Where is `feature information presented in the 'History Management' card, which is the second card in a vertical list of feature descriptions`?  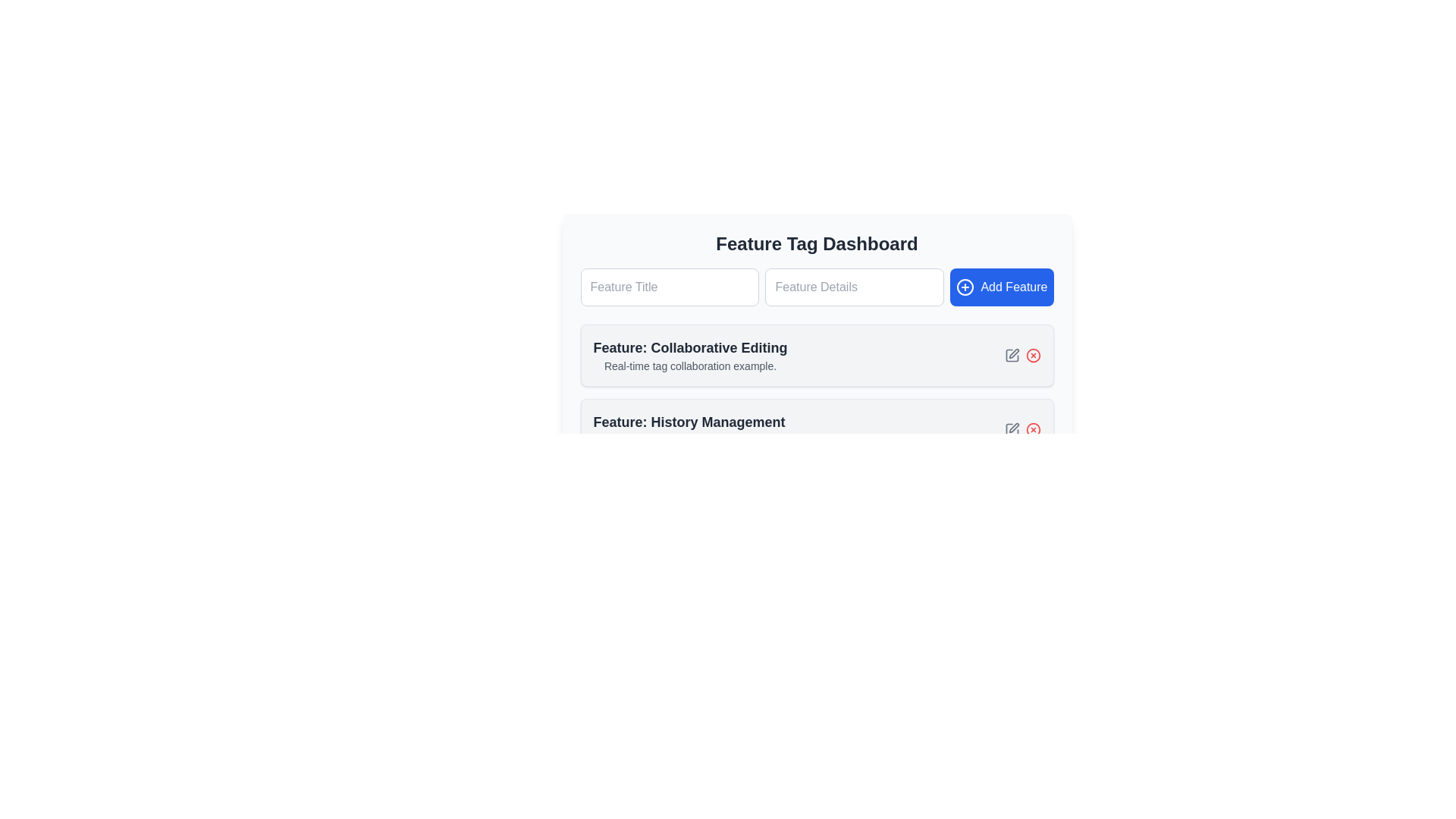 feature information presented in the 'History Management' card, which is the second card in a vertical list of feature descriptions is located at coordinates (816, 430).